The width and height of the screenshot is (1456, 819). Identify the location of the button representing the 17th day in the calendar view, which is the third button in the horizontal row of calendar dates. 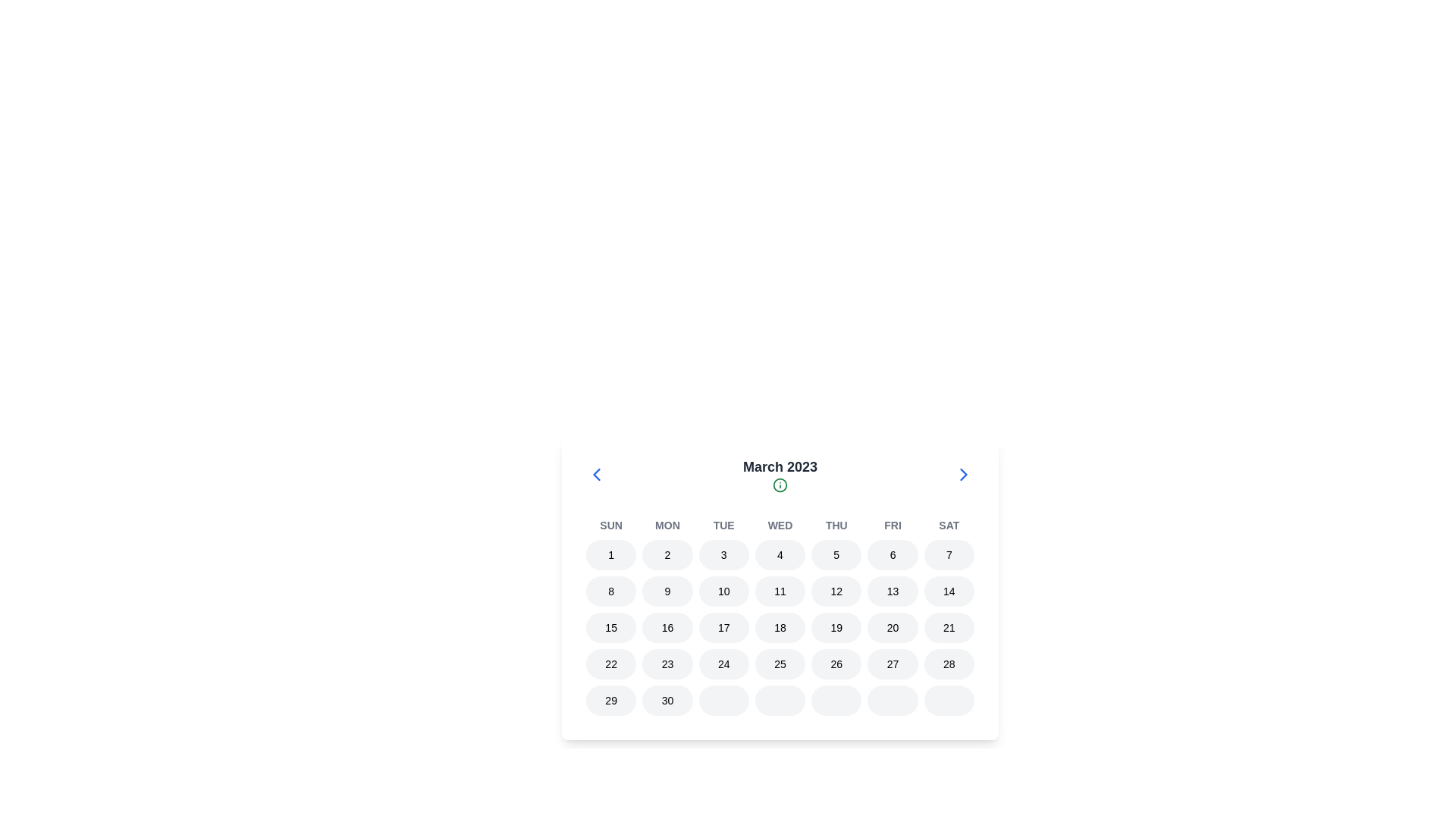
(723, 628).